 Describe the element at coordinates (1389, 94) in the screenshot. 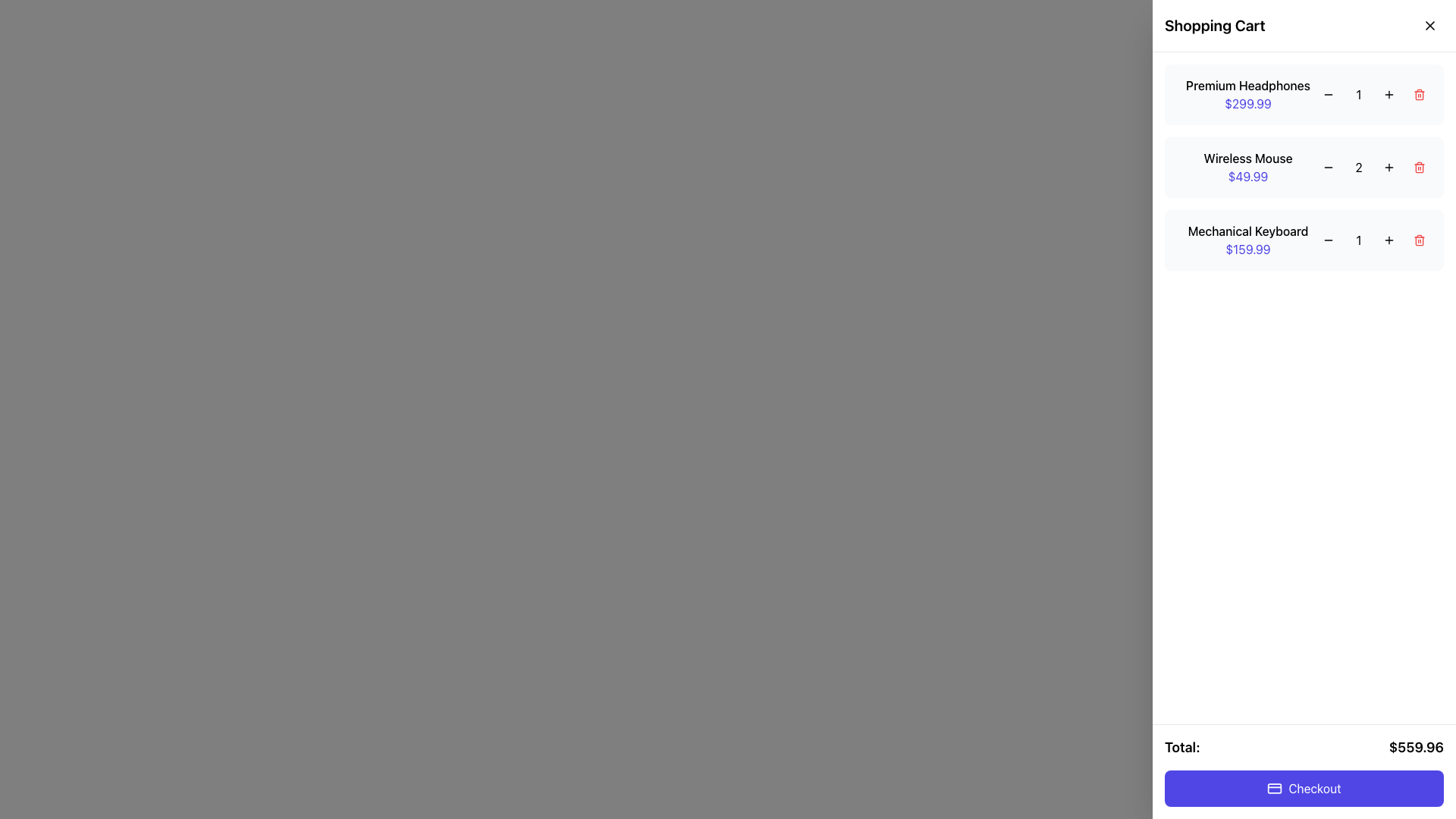

I see `the small circular button with a '+' icon in the item row labeled 'Premium Headphones'` at that location.